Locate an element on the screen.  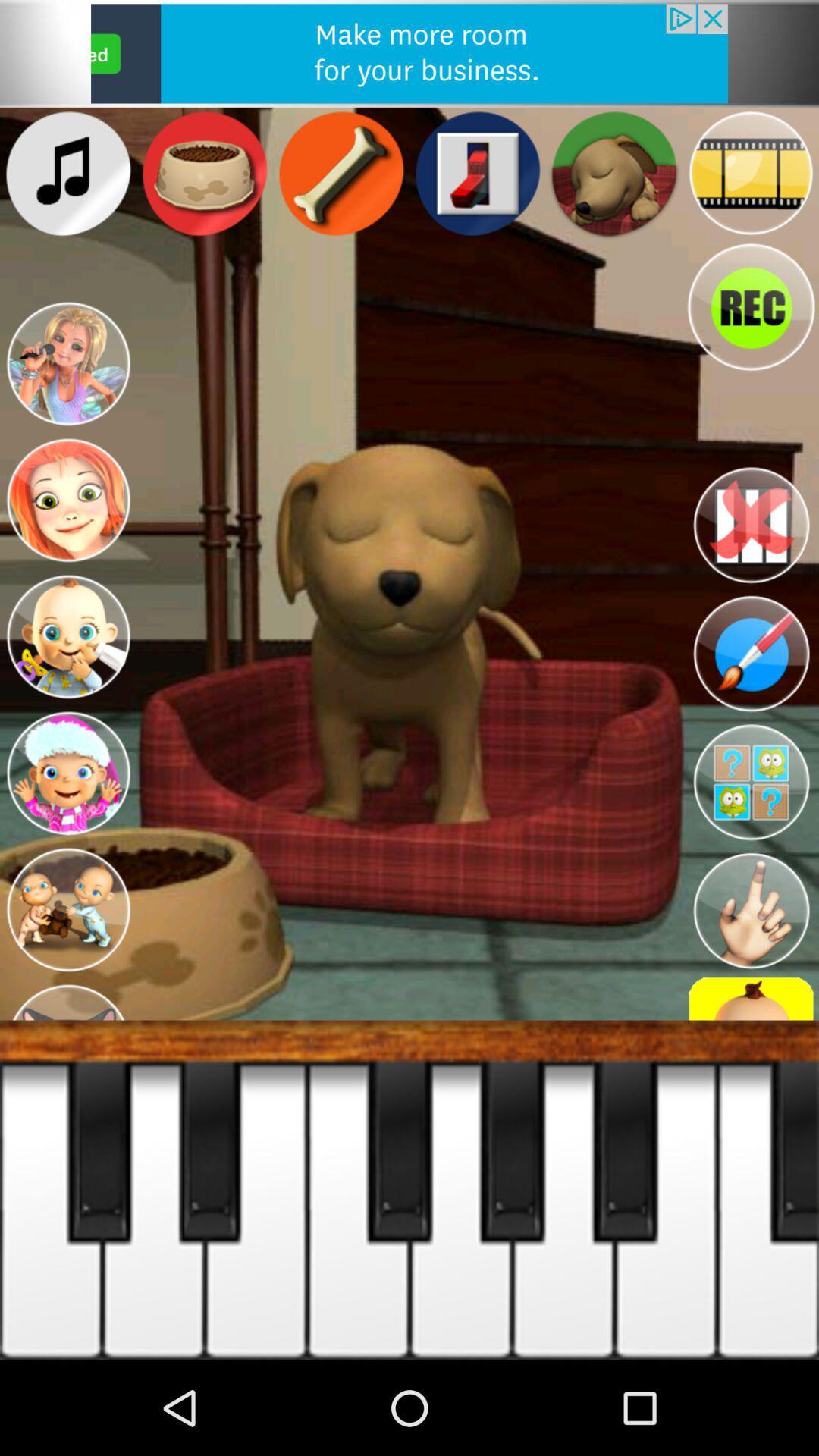
the avatar icon is located at coordinates (67, 389).